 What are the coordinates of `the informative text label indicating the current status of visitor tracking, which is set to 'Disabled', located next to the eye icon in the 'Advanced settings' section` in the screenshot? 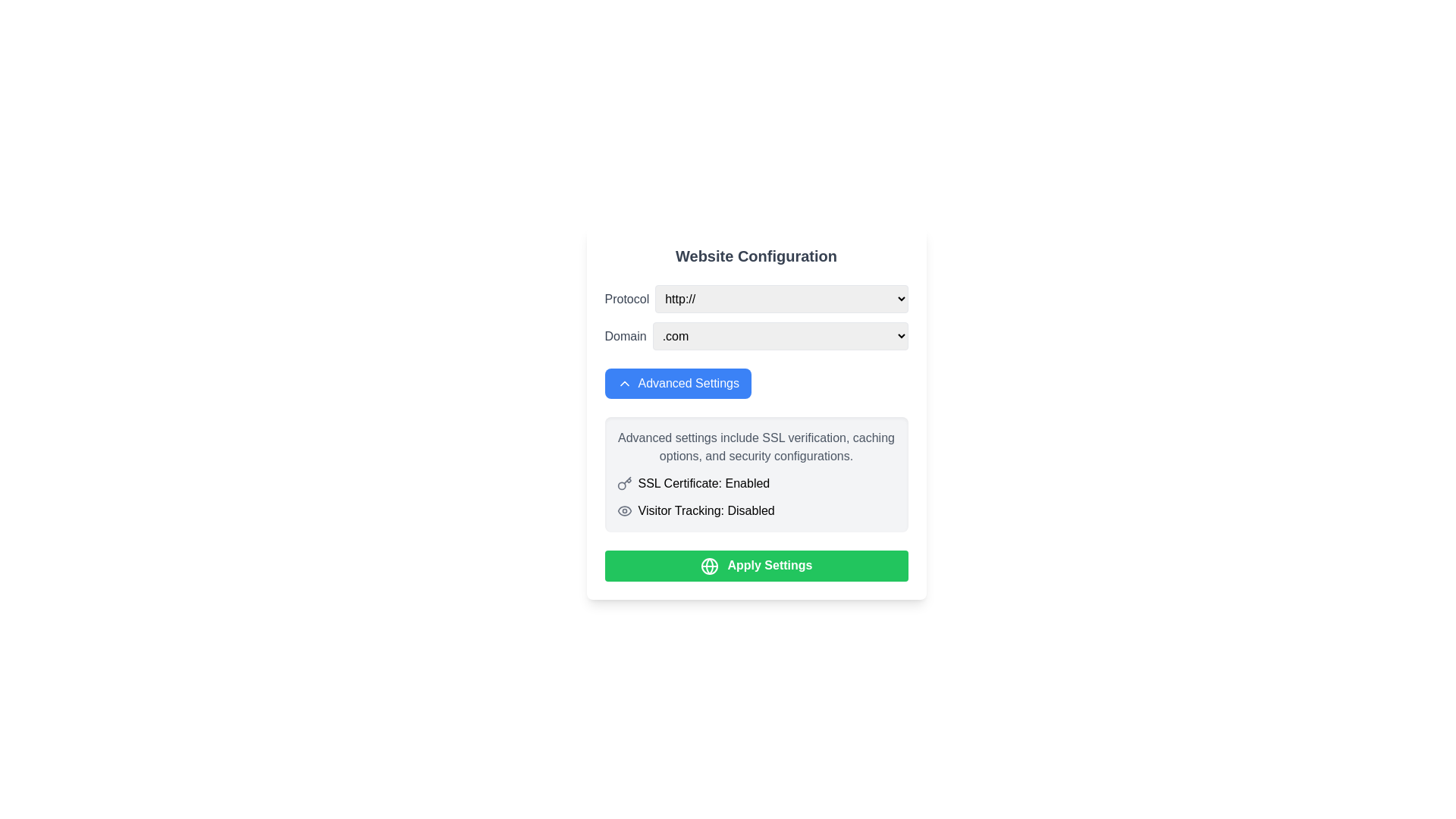 It's located at (705, 511).